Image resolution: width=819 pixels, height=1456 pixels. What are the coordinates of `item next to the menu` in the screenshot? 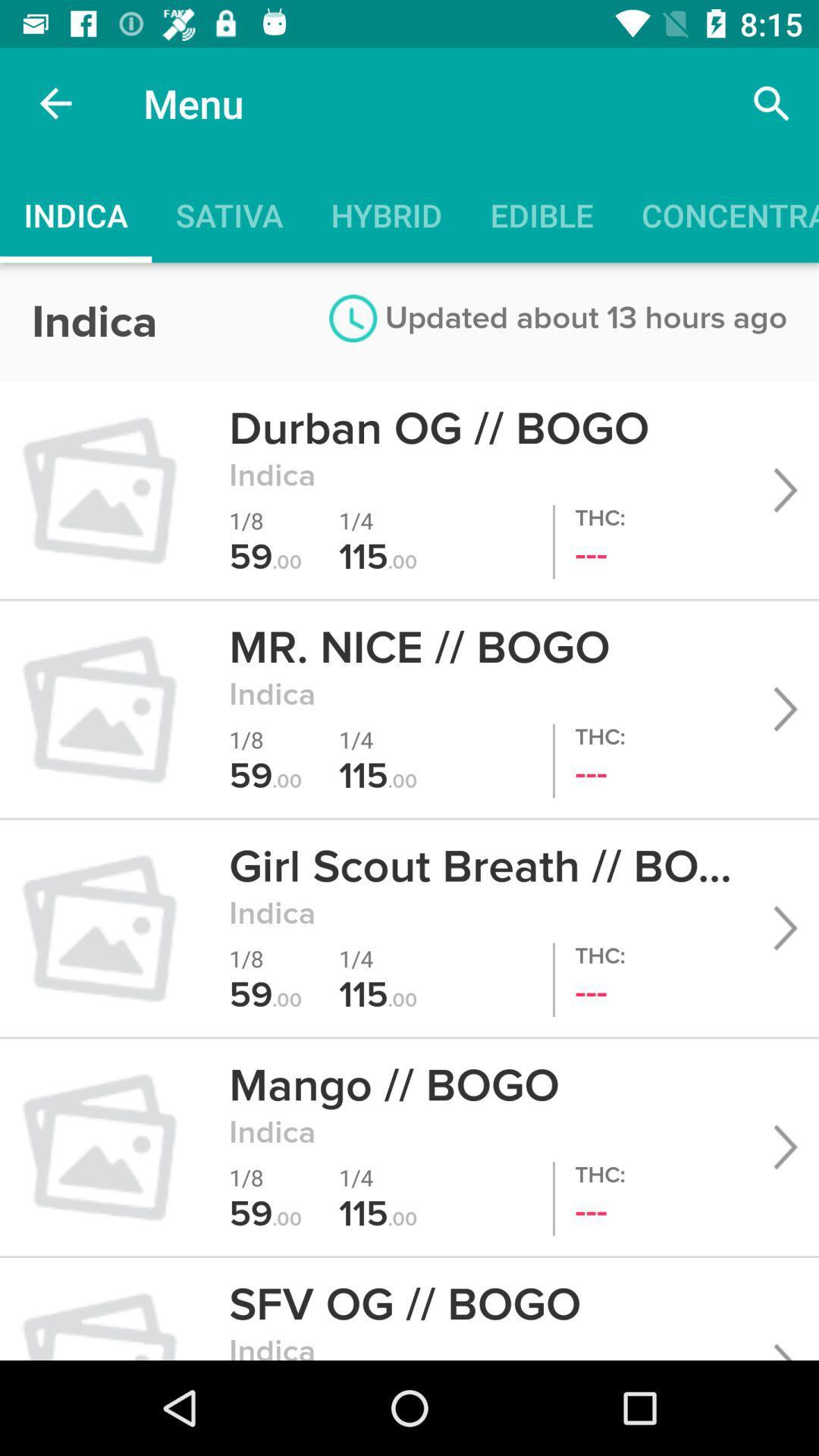 It's located at (55, 102).